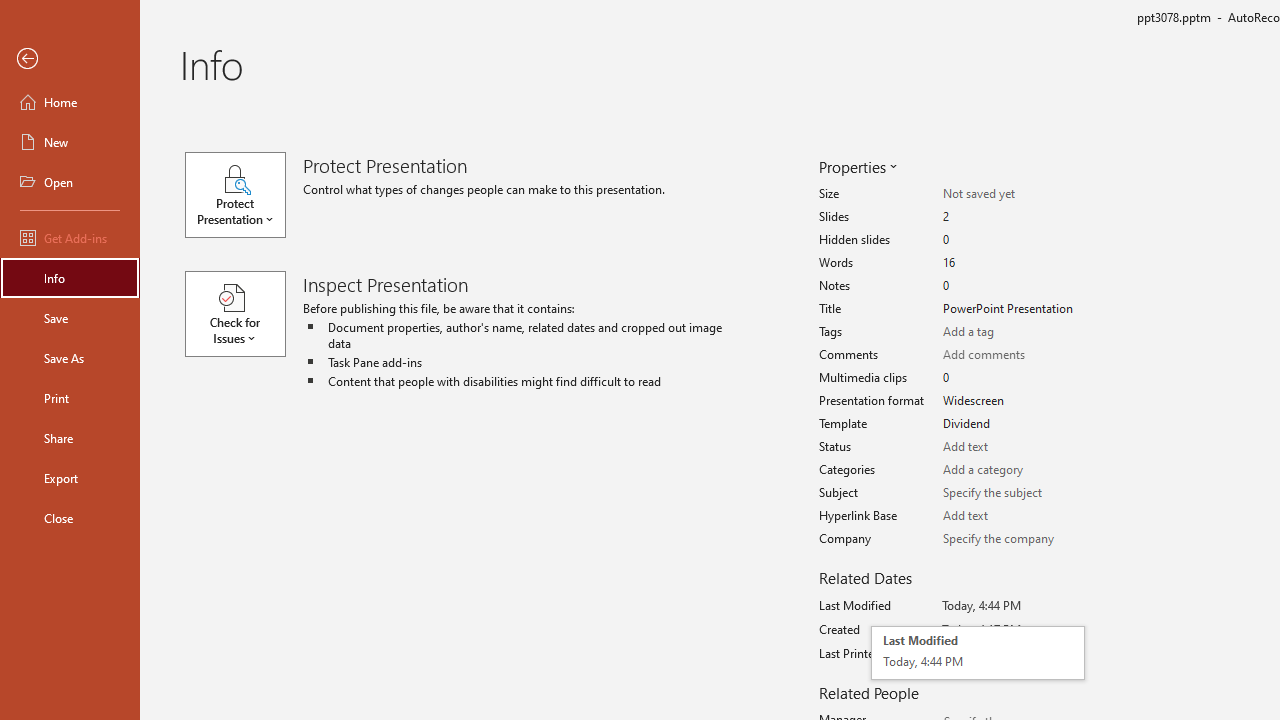 This screenshot has width=1280, height=720. Describe the element at coordinates (1012, 239) in the screenshot. I see `'Hidden slides'` at that location.